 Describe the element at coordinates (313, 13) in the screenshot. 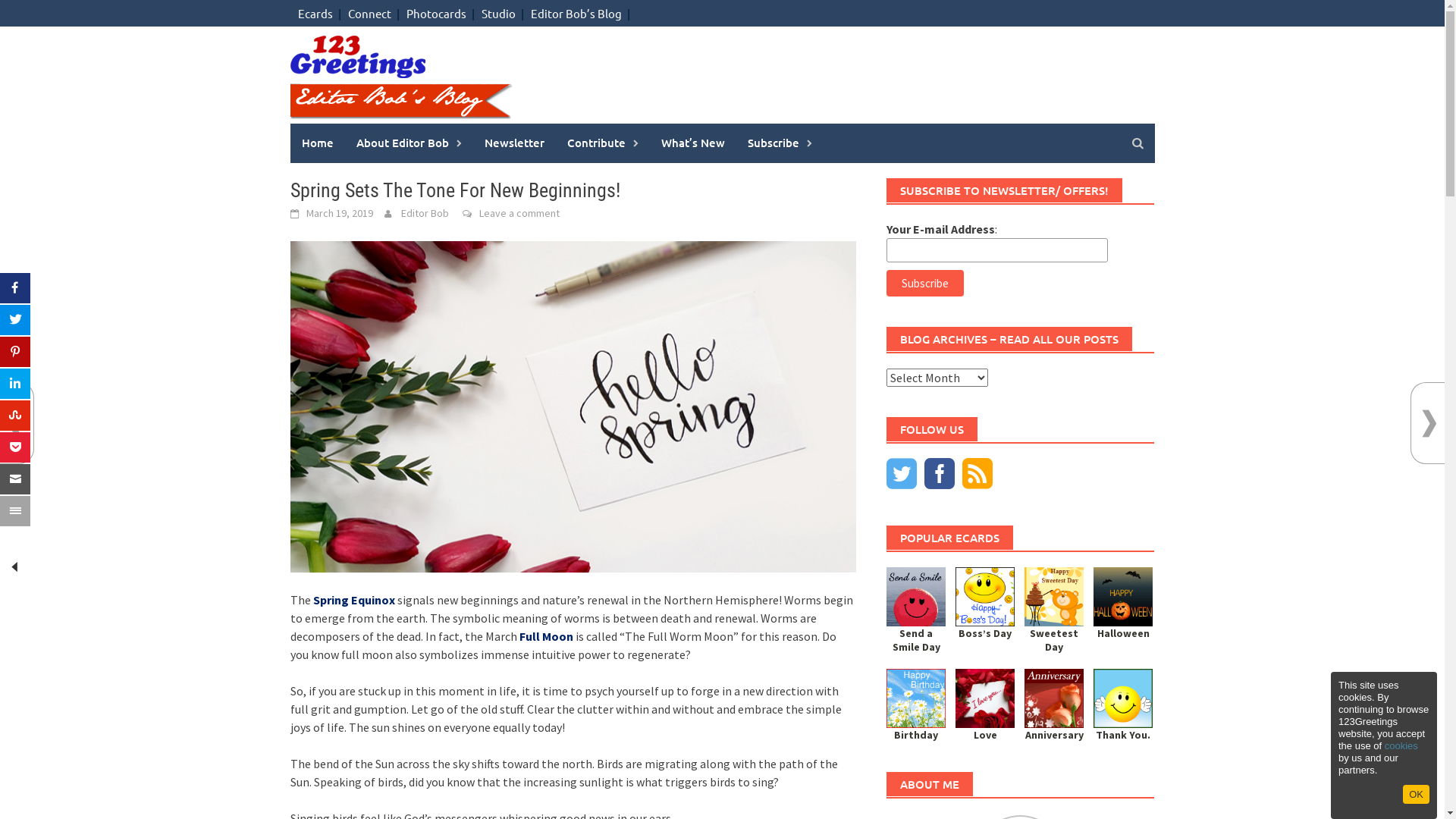

I see `'Ecards'` at that location.